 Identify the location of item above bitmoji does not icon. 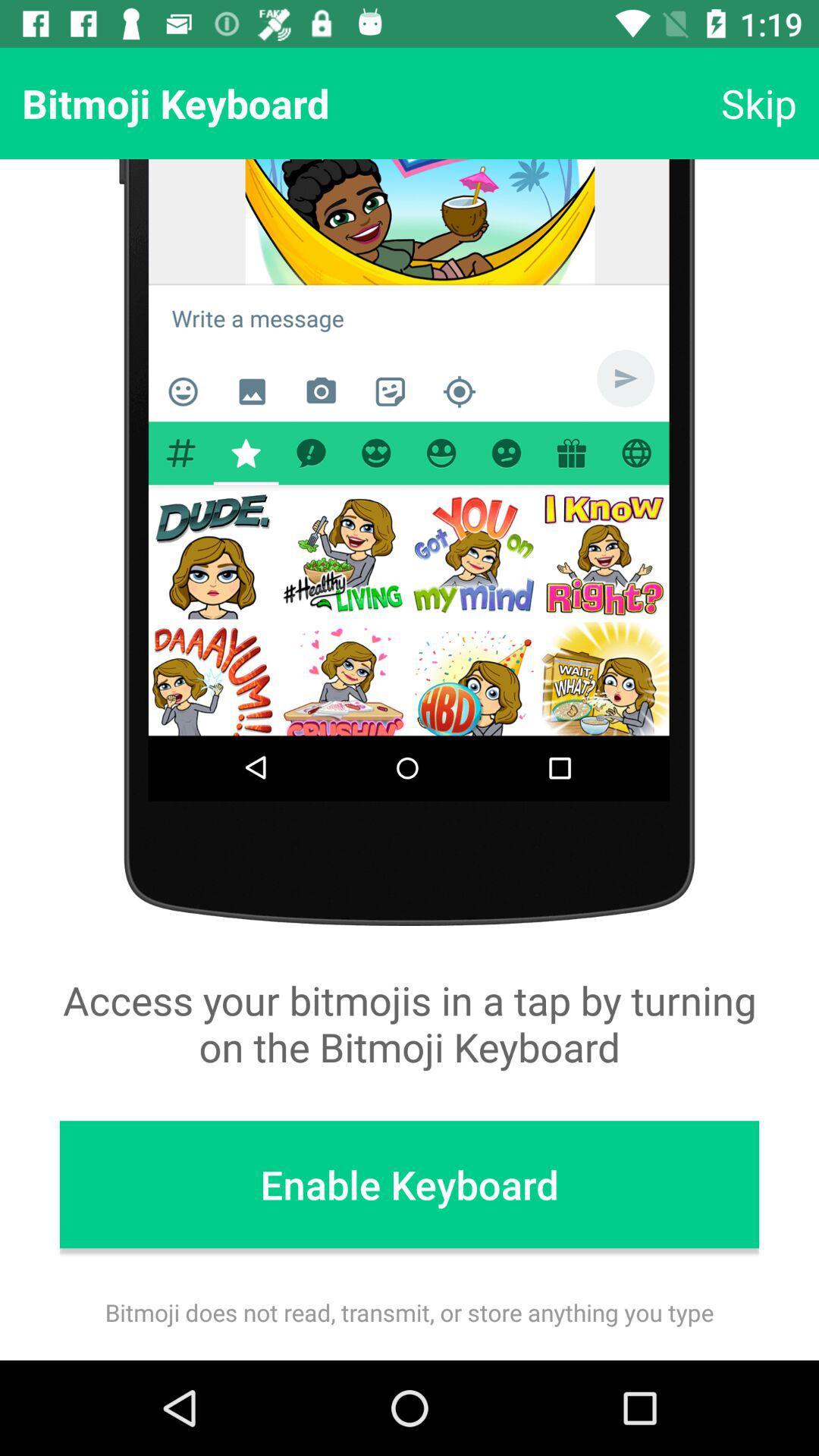
(409, 1184).